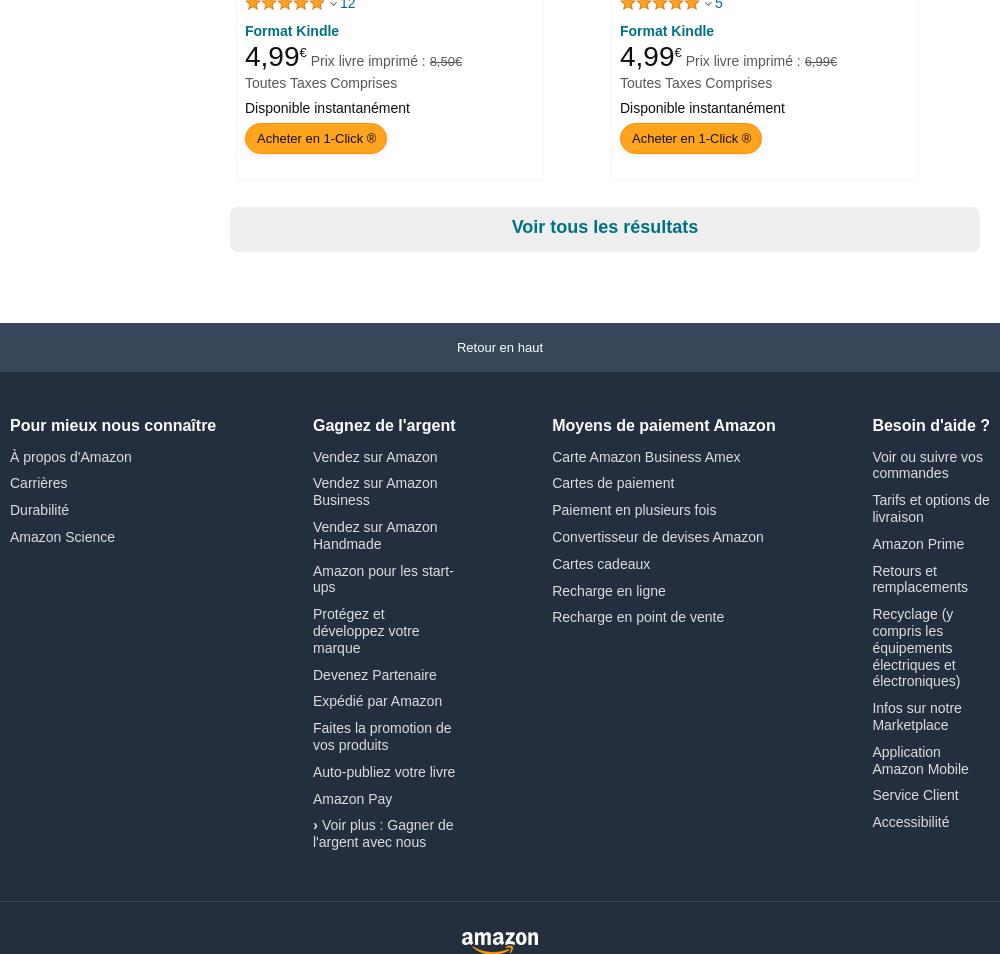 Image resolution: width=1000 pixels, height=954 pixels. I want to click on 'Gagnez de l'argent', so click(383, 424).